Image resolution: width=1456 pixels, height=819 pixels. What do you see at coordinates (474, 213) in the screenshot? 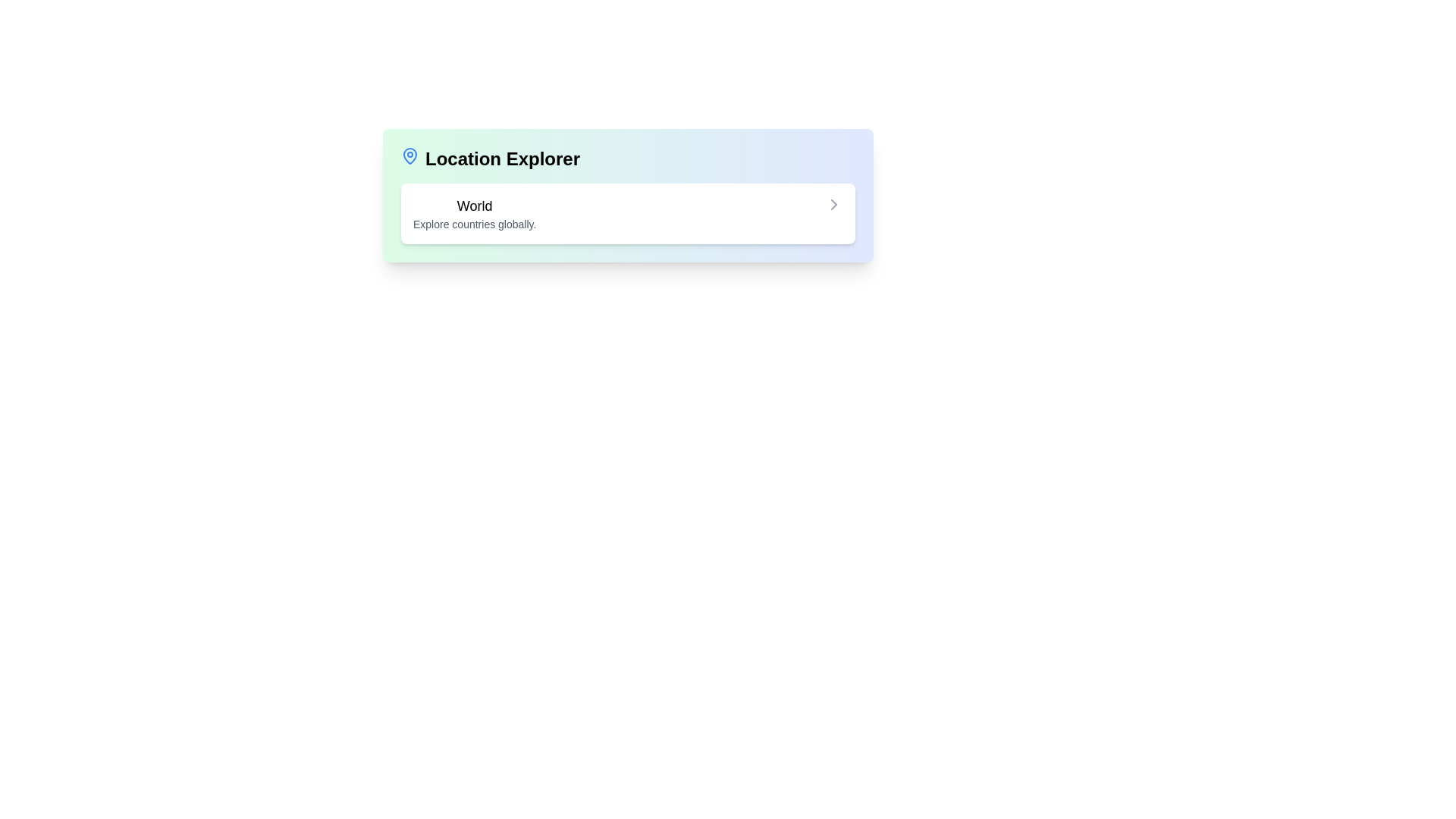
I see `the text-based element with the heading 'World' and subheading 'Explore countries globally.'` at bounding box center [474, 213].